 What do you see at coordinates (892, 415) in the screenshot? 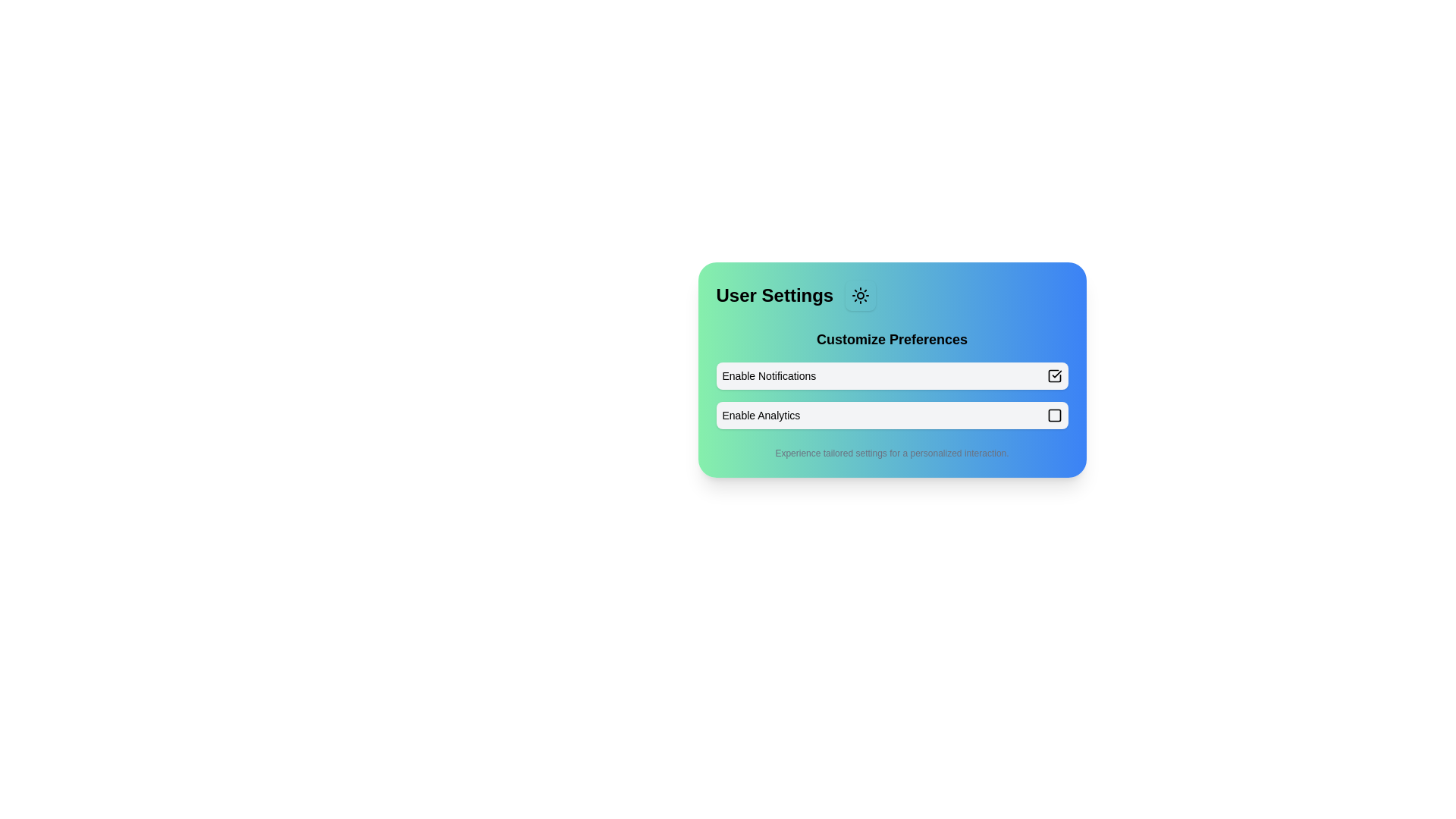
I see `the checkbox labeled 'Enable Analytics'` at bounding box center [892, 415].